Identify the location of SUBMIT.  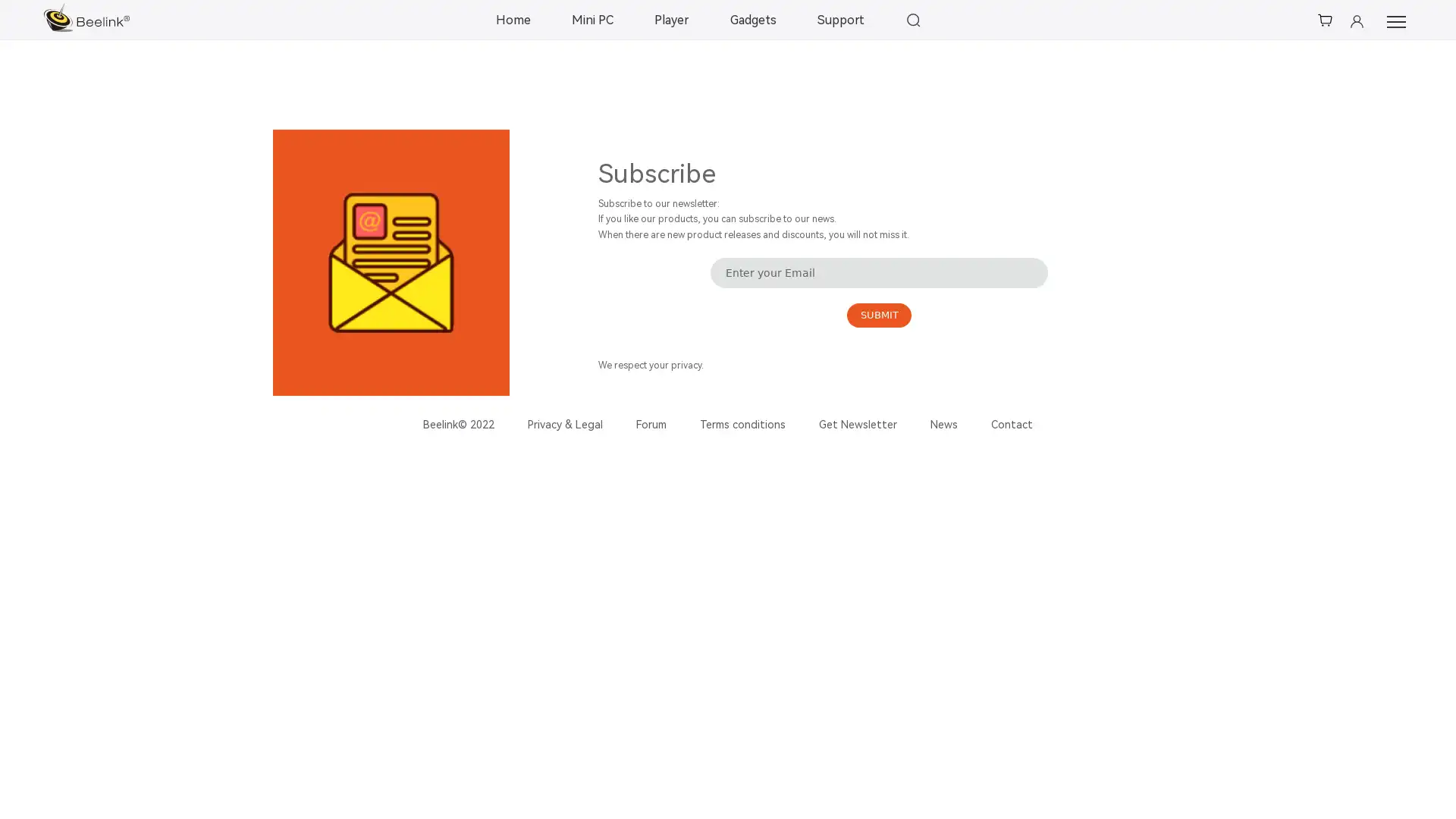
(879, 314).